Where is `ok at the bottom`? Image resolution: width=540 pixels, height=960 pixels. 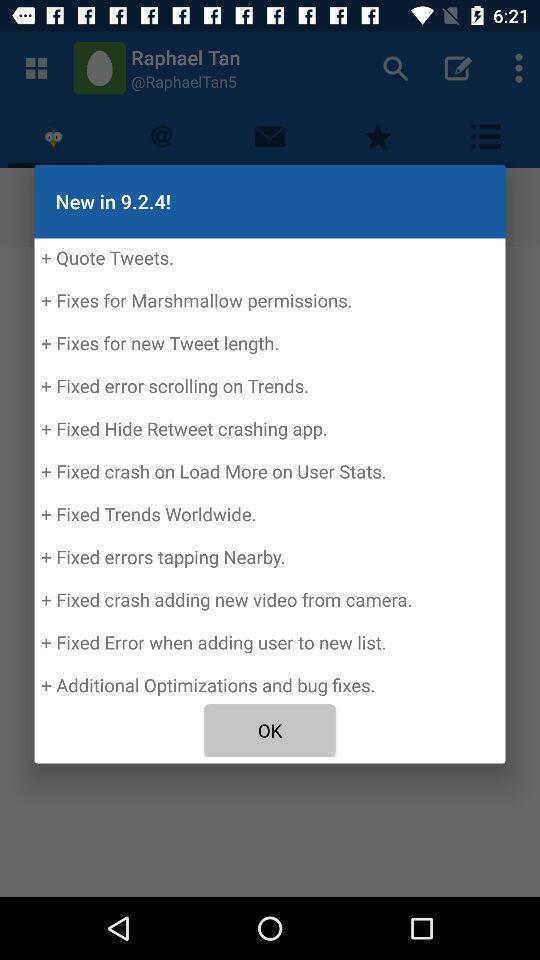 ok at the bottom is located at coordinates (270, 729).